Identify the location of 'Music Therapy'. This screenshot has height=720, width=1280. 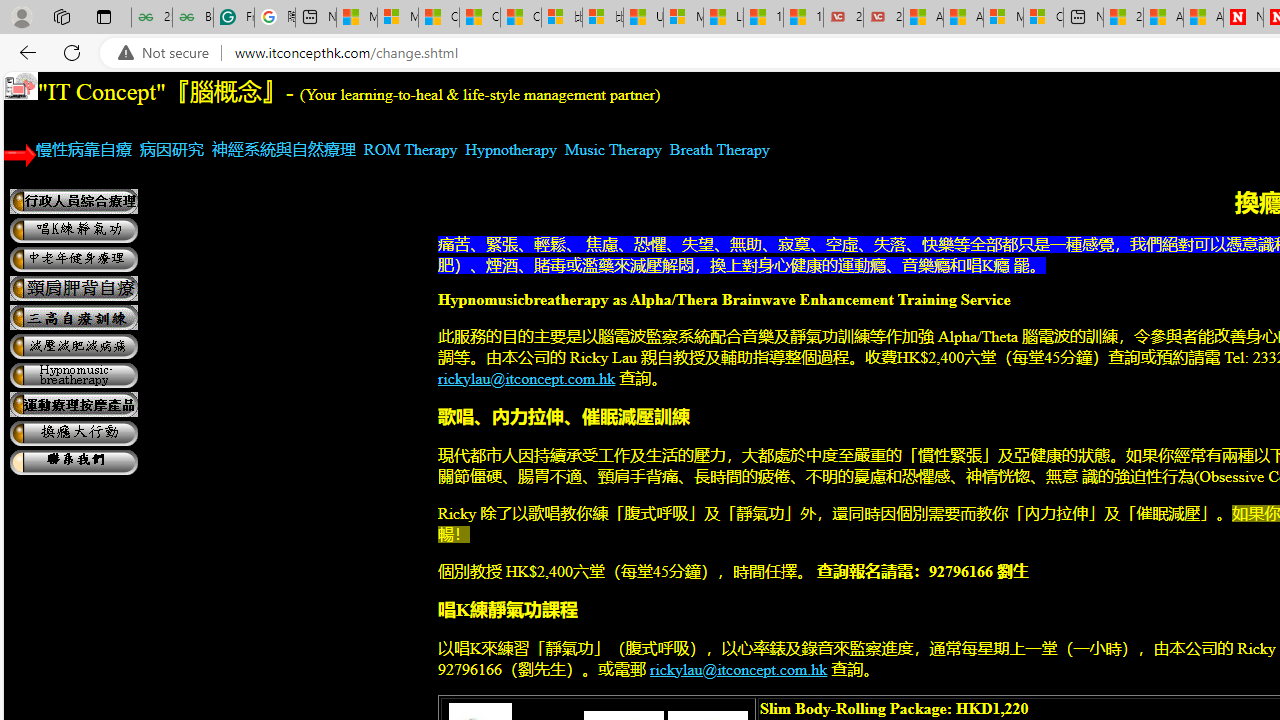
(612, 148).